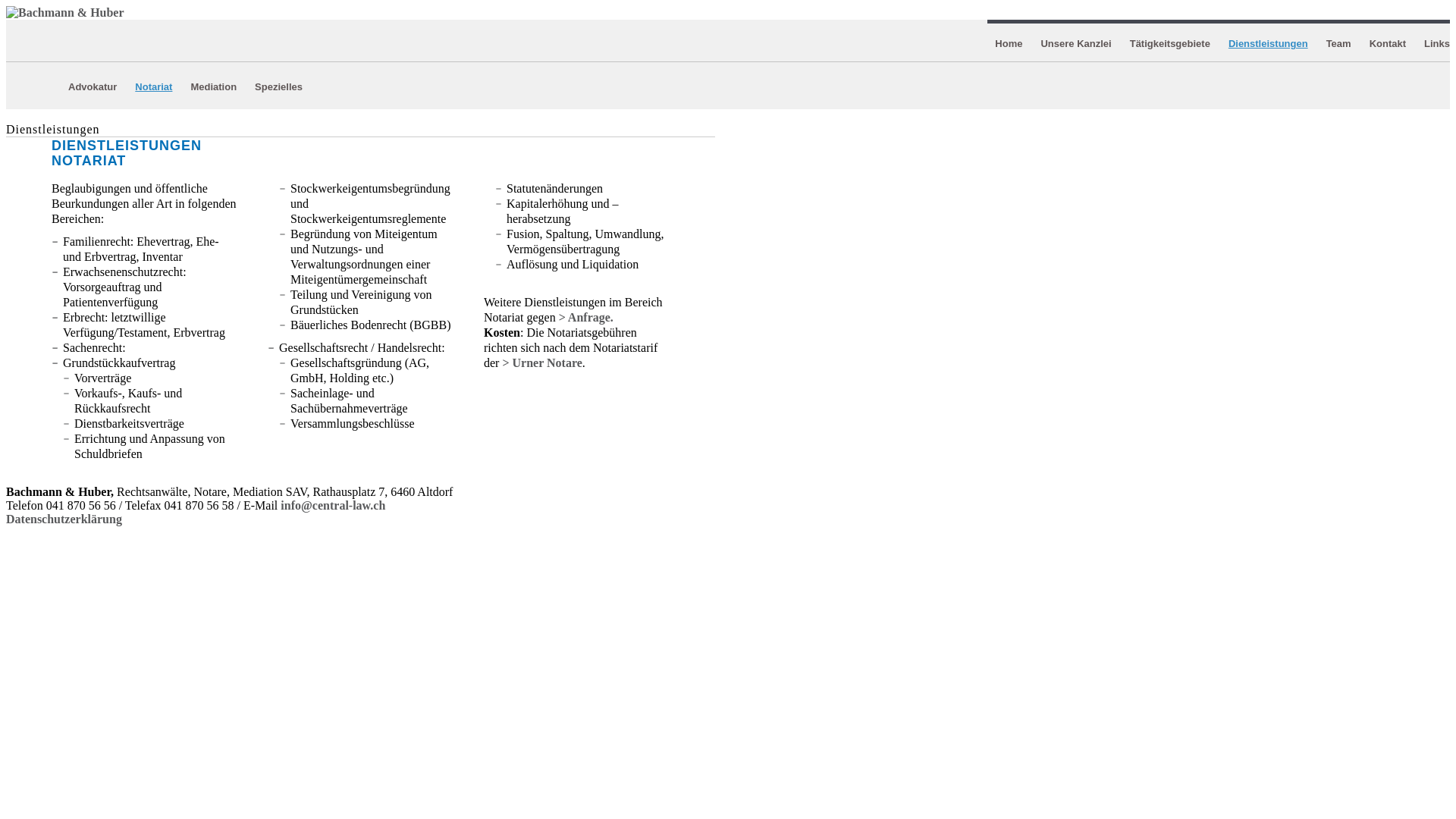 The width and height of the screenshot is (1456, 819). I want to click on 'Links', so click(1423, 42).